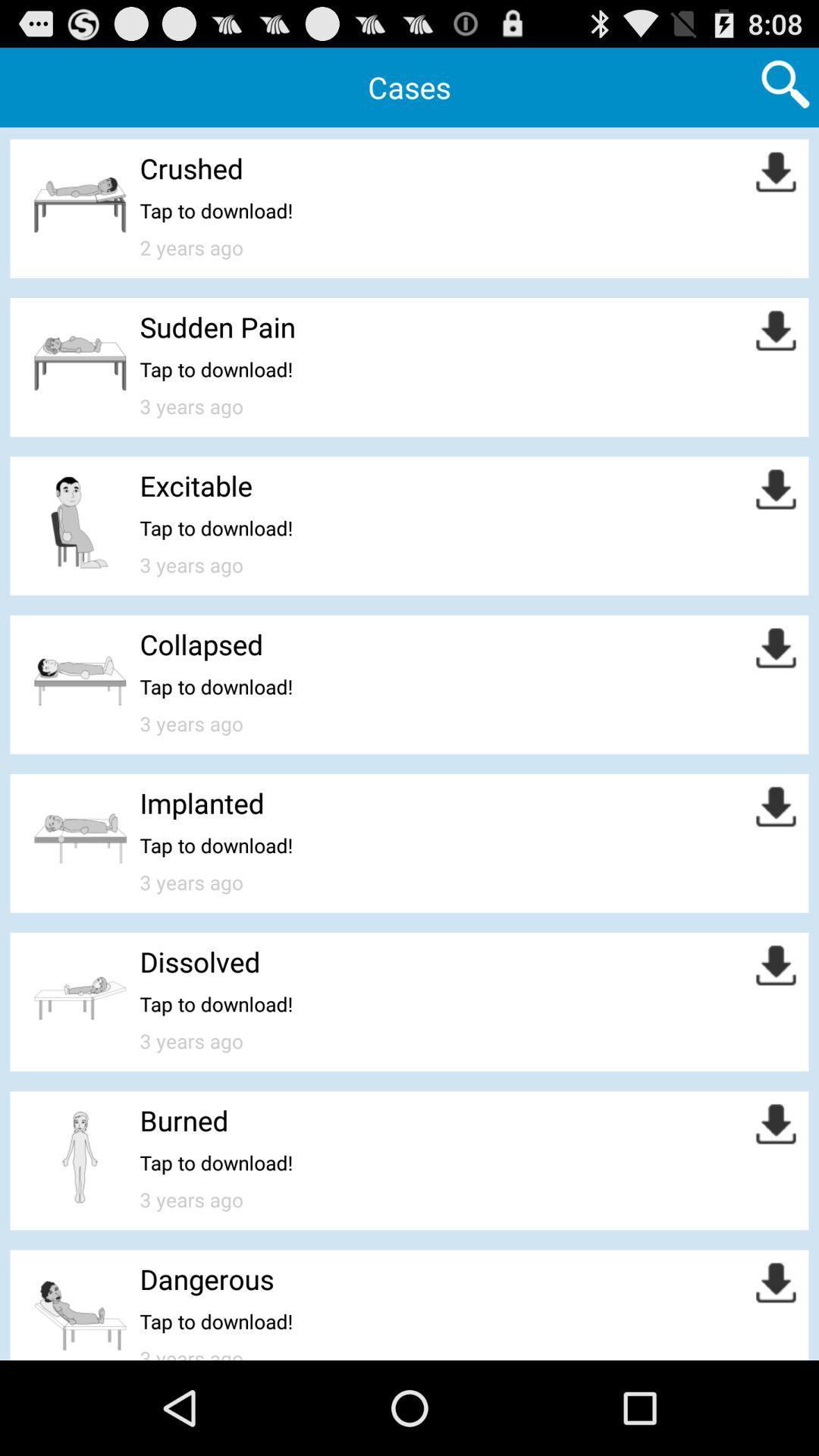  I want to click on the implanted item, so click(201, 802).